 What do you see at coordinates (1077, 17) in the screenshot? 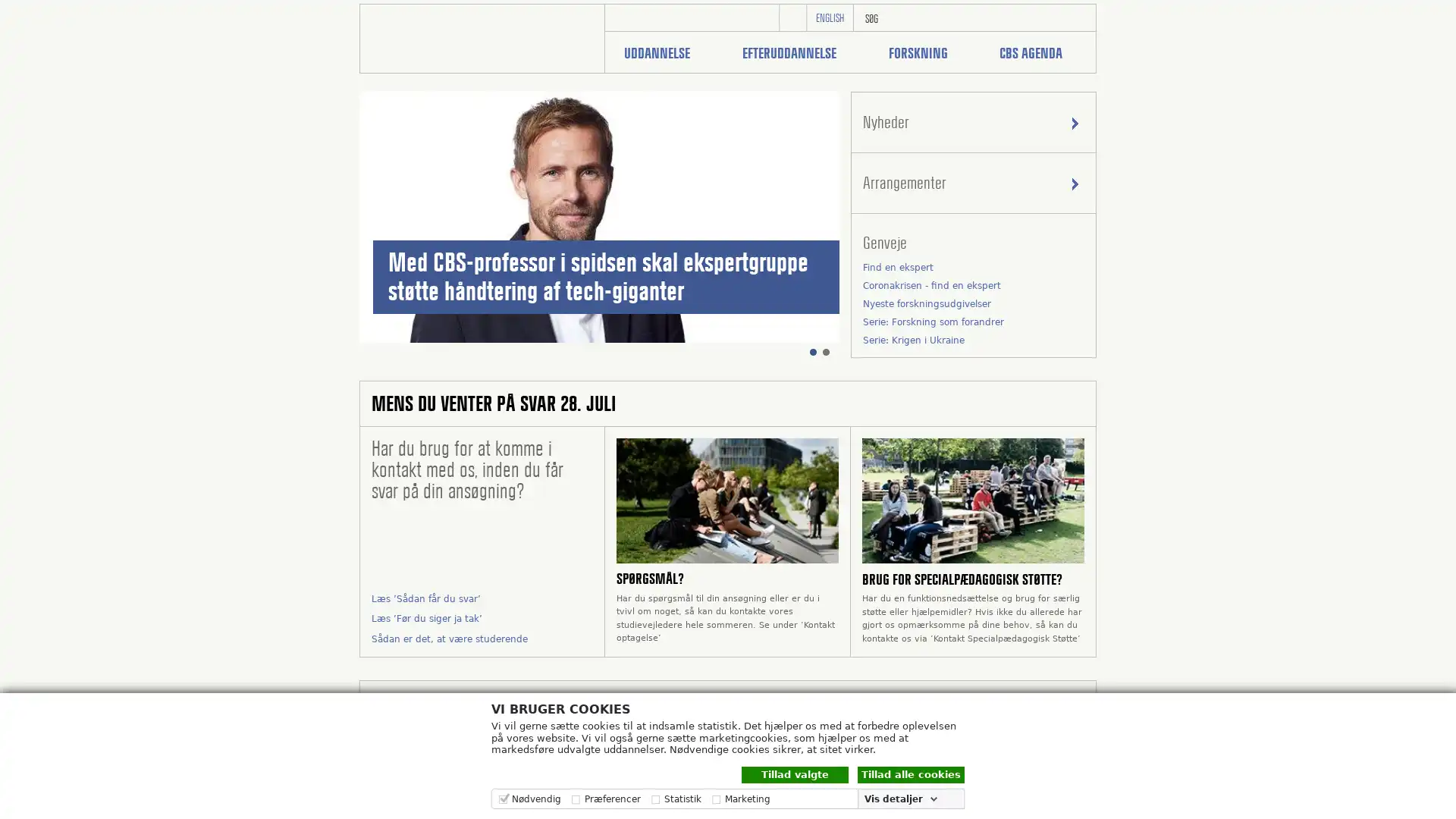
I see `Sg` at bounding box center [1077, 17].